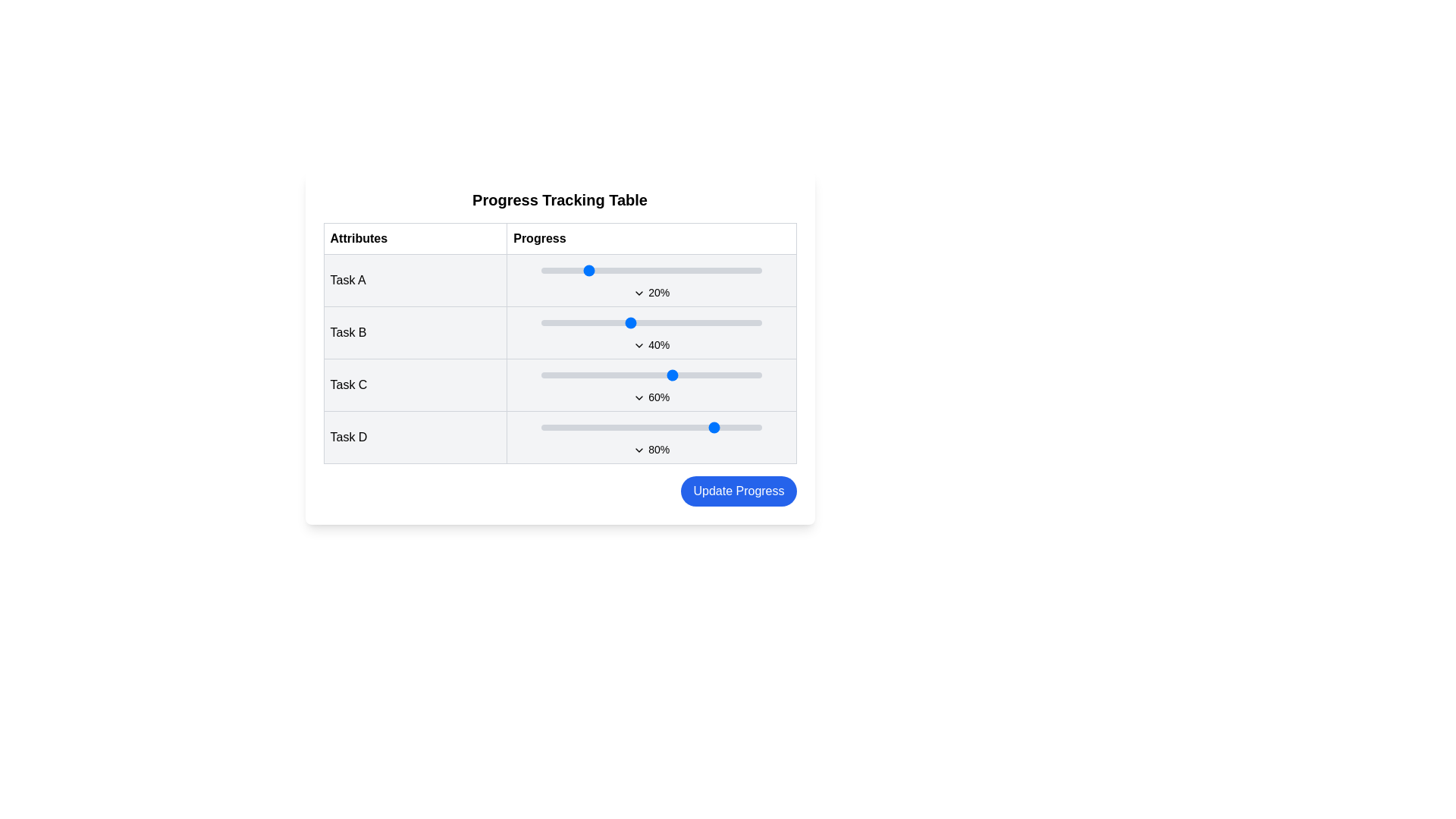 This screenshot has height=819, width=1456. What do you see at coordinates (584, 270) in the screenshot?
I see `the slider value` at bounding box center [584, 270].